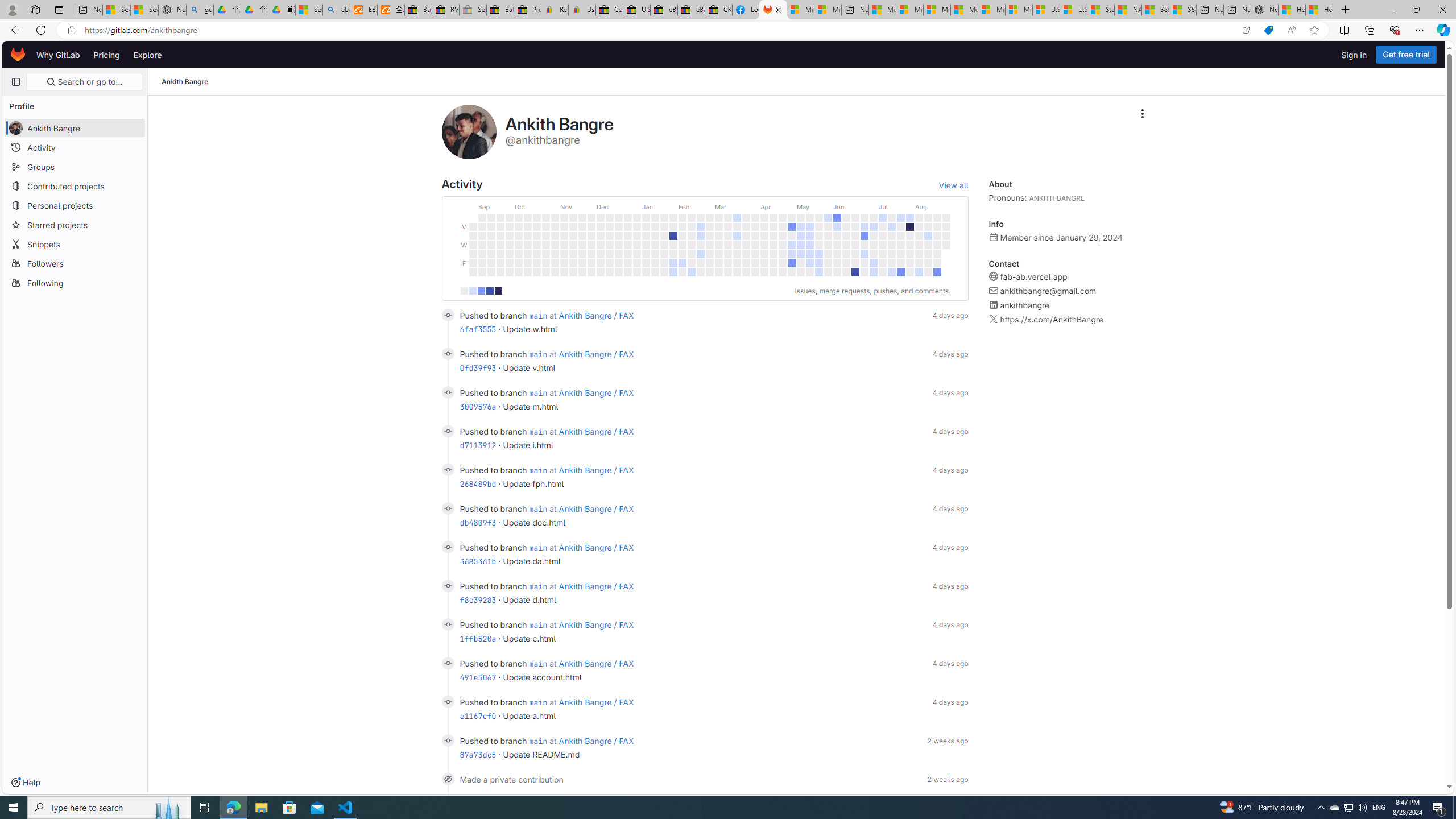  I want to click on 'Starred projects', so click(74, 224).